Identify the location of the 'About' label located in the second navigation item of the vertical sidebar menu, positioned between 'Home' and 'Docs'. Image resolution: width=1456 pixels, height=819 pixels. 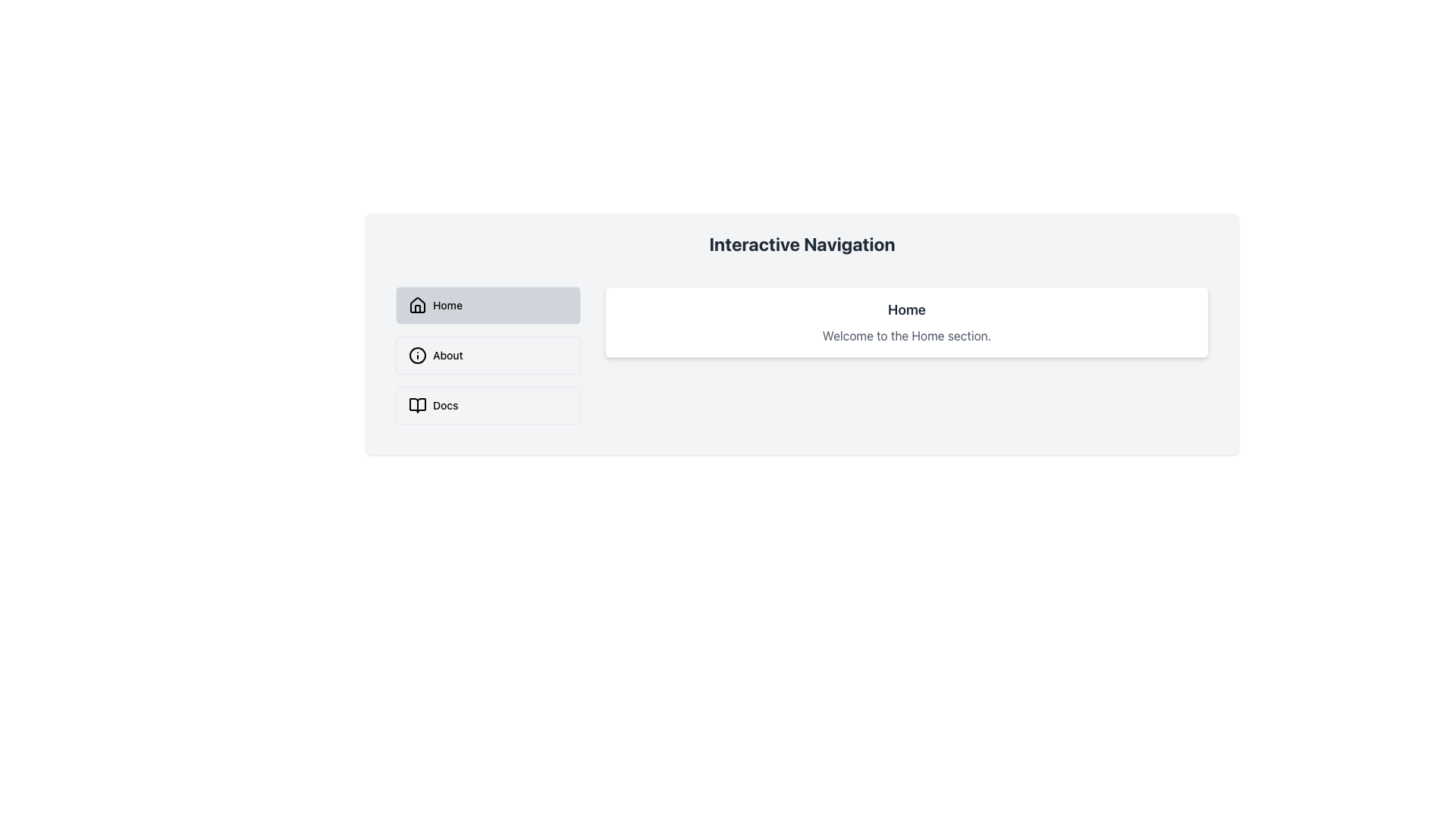
(447, 356).